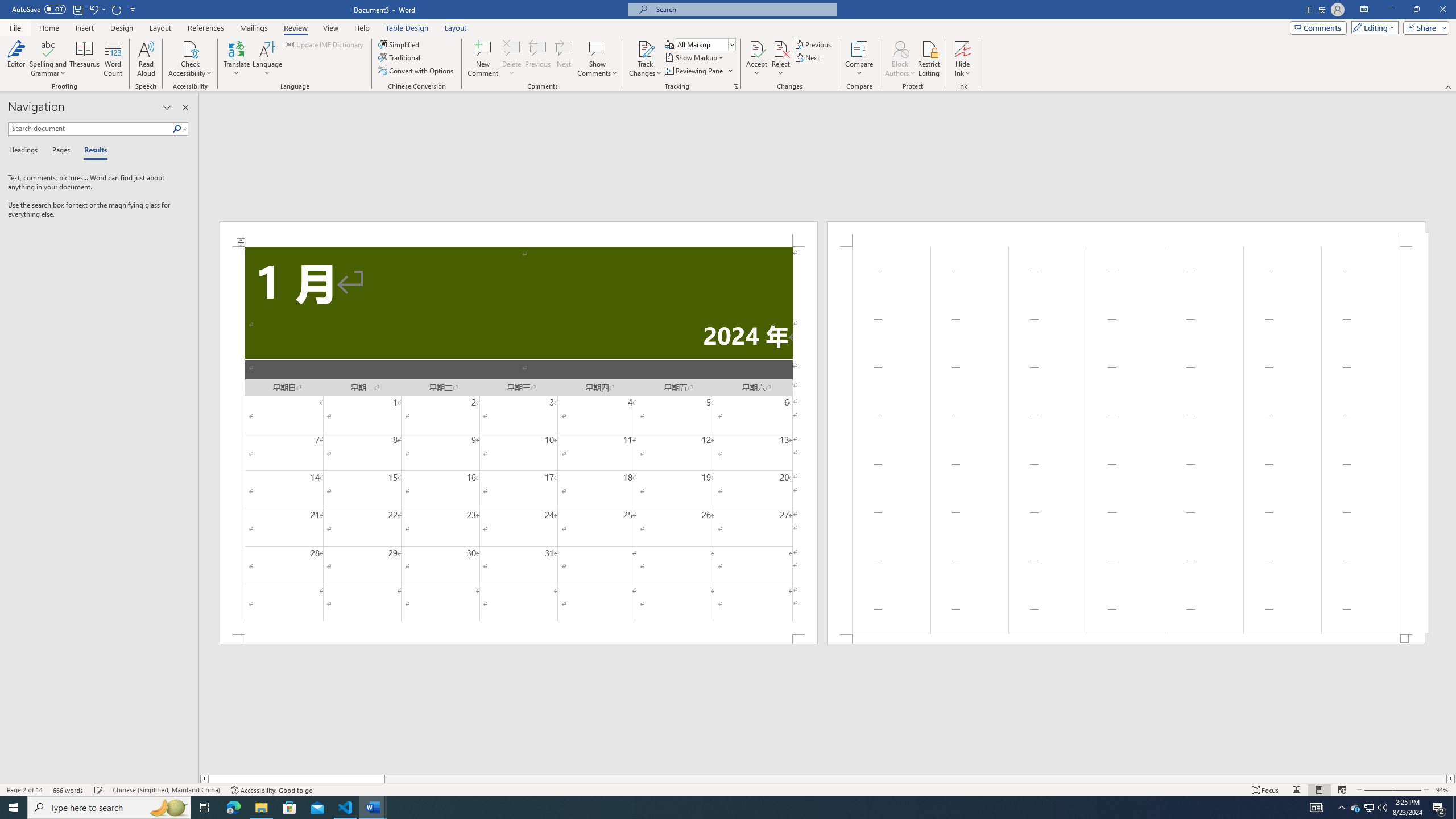 Image resolution: width=1456 pixels, height=819 pixels. Describe the element at coordinates (400, 56) in the screenshot. I see `'Traditional'` at that location.